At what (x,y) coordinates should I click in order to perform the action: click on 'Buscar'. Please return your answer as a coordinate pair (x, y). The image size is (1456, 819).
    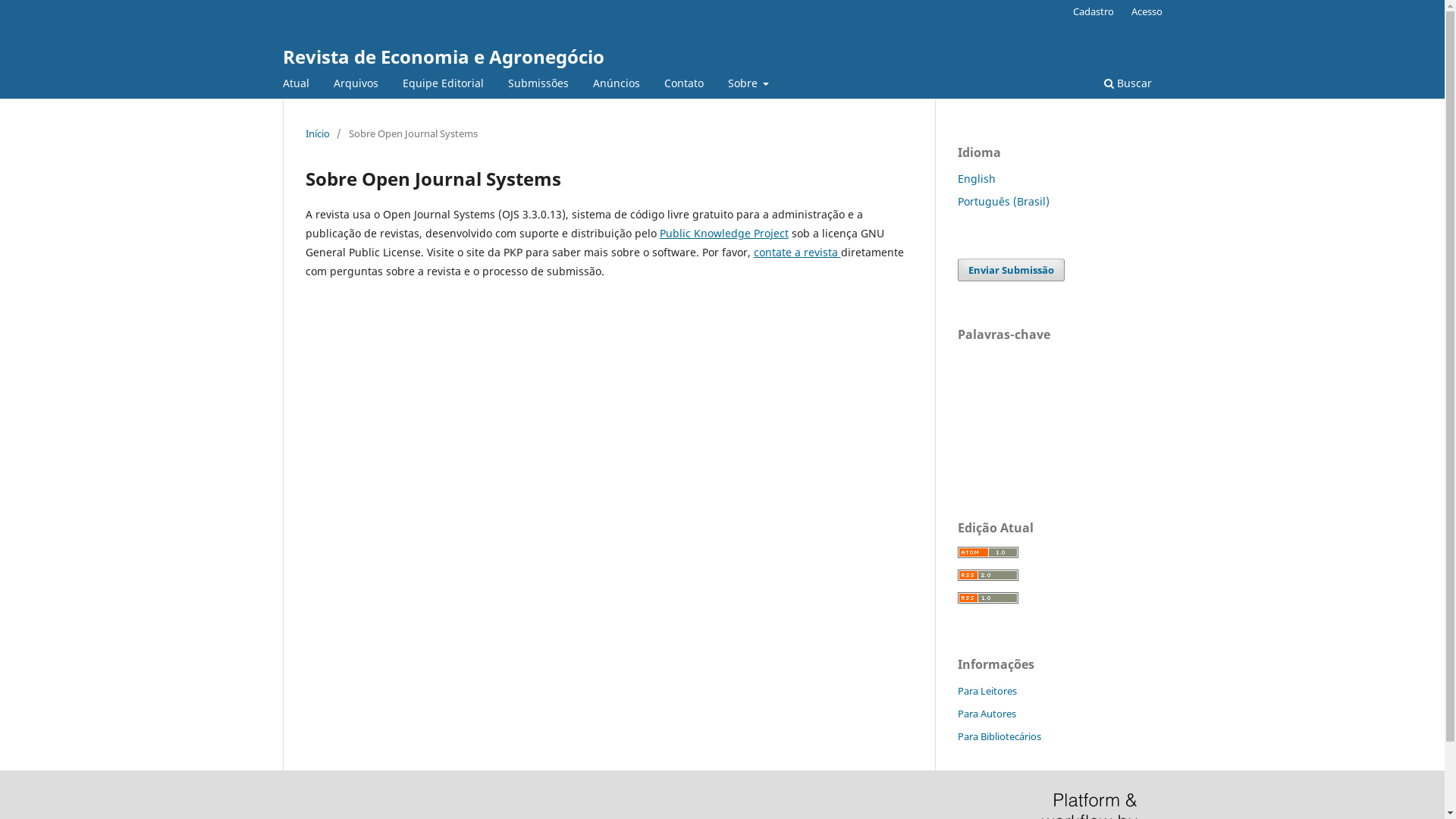
    Looking at the image, I should click on (1127, 85).